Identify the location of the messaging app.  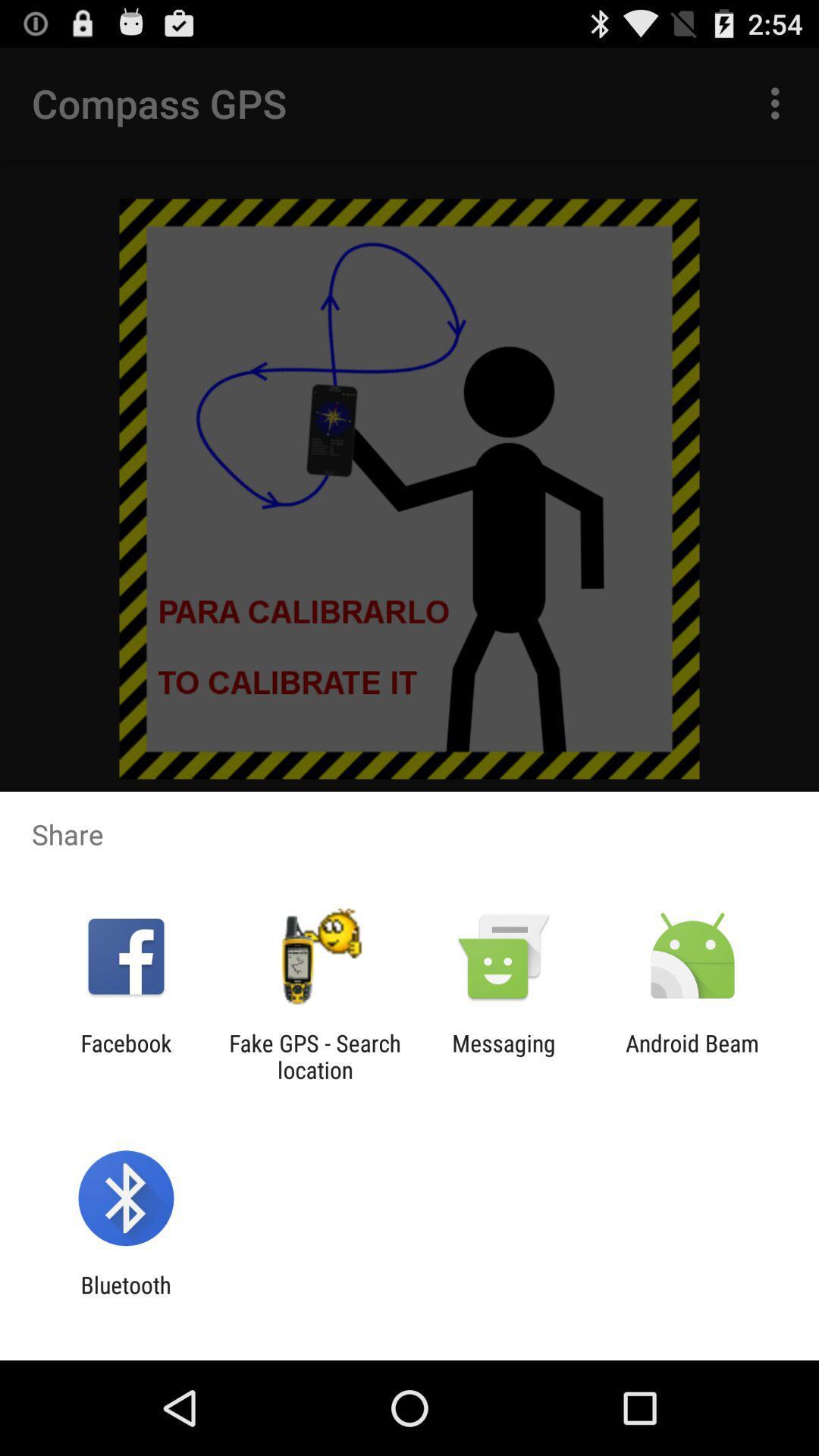
(504, 1056).